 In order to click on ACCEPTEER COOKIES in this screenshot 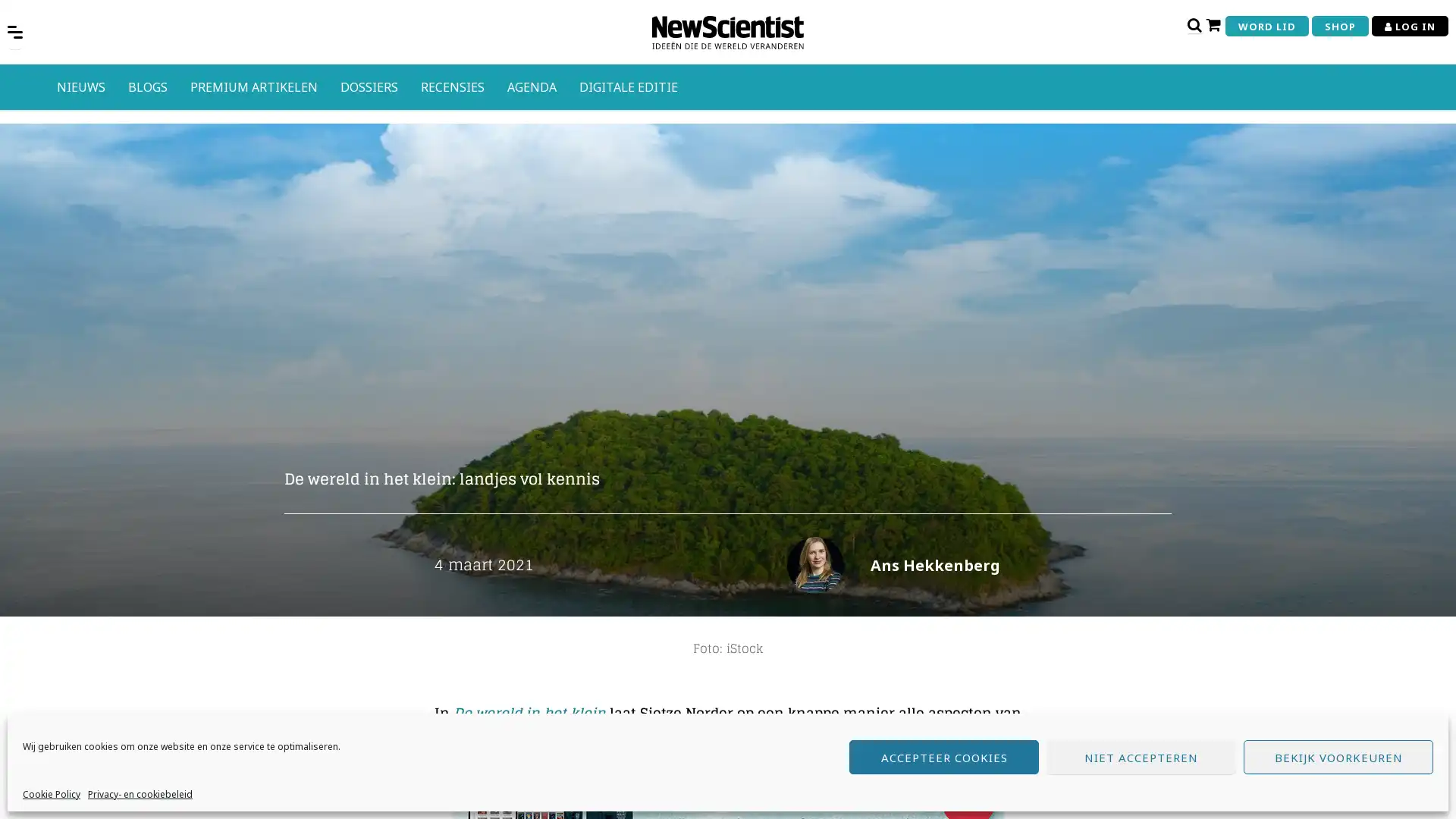, I will do `click(943, 757)`.